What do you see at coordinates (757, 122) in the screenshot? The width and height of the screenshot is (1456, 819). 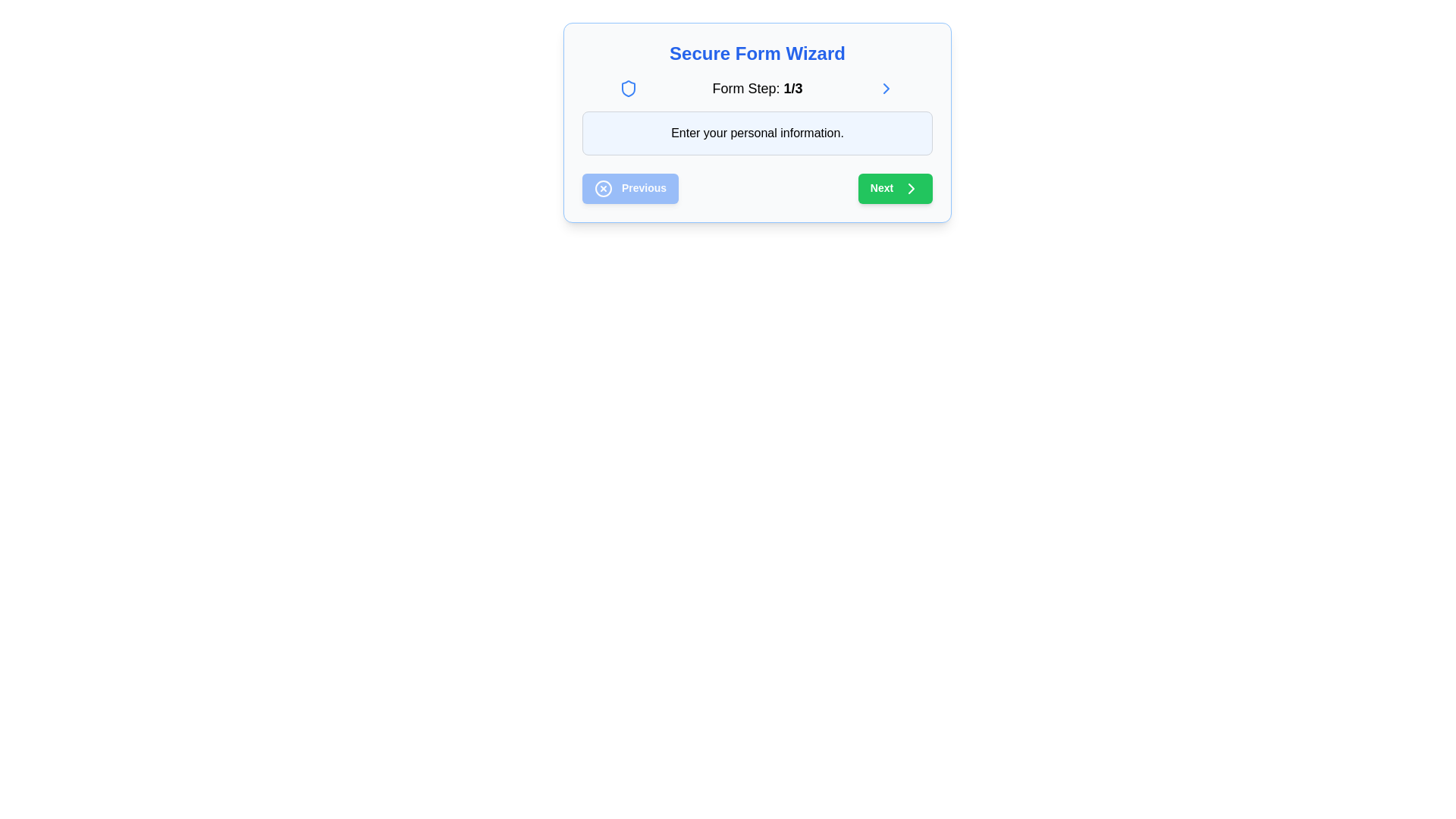 I see `the Instructional Text Box that contains the prompt 'Enter your personal information.' which has a light blue background and is centrally located in the form wizard interface` at bounding box center [757, 122].